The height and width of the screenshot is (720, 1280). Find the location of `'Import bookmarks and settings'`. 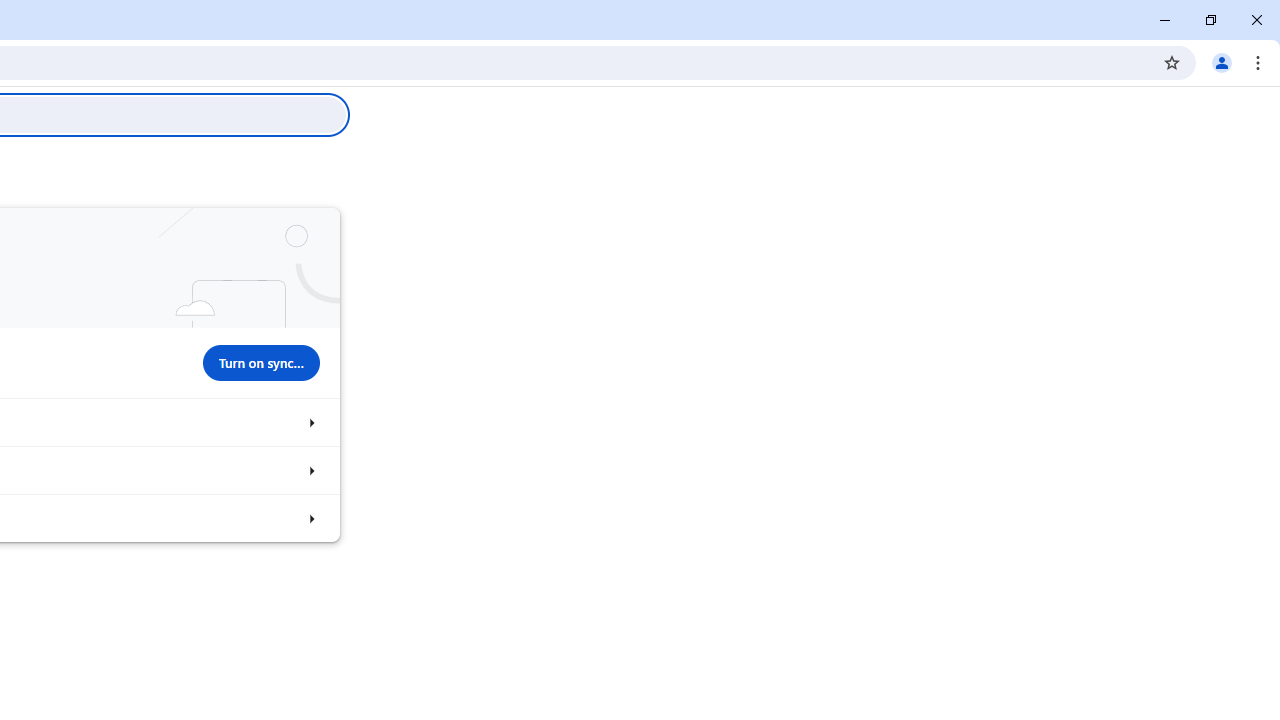

'Import bookmarks and settings' is located at coordinates (310, 517).